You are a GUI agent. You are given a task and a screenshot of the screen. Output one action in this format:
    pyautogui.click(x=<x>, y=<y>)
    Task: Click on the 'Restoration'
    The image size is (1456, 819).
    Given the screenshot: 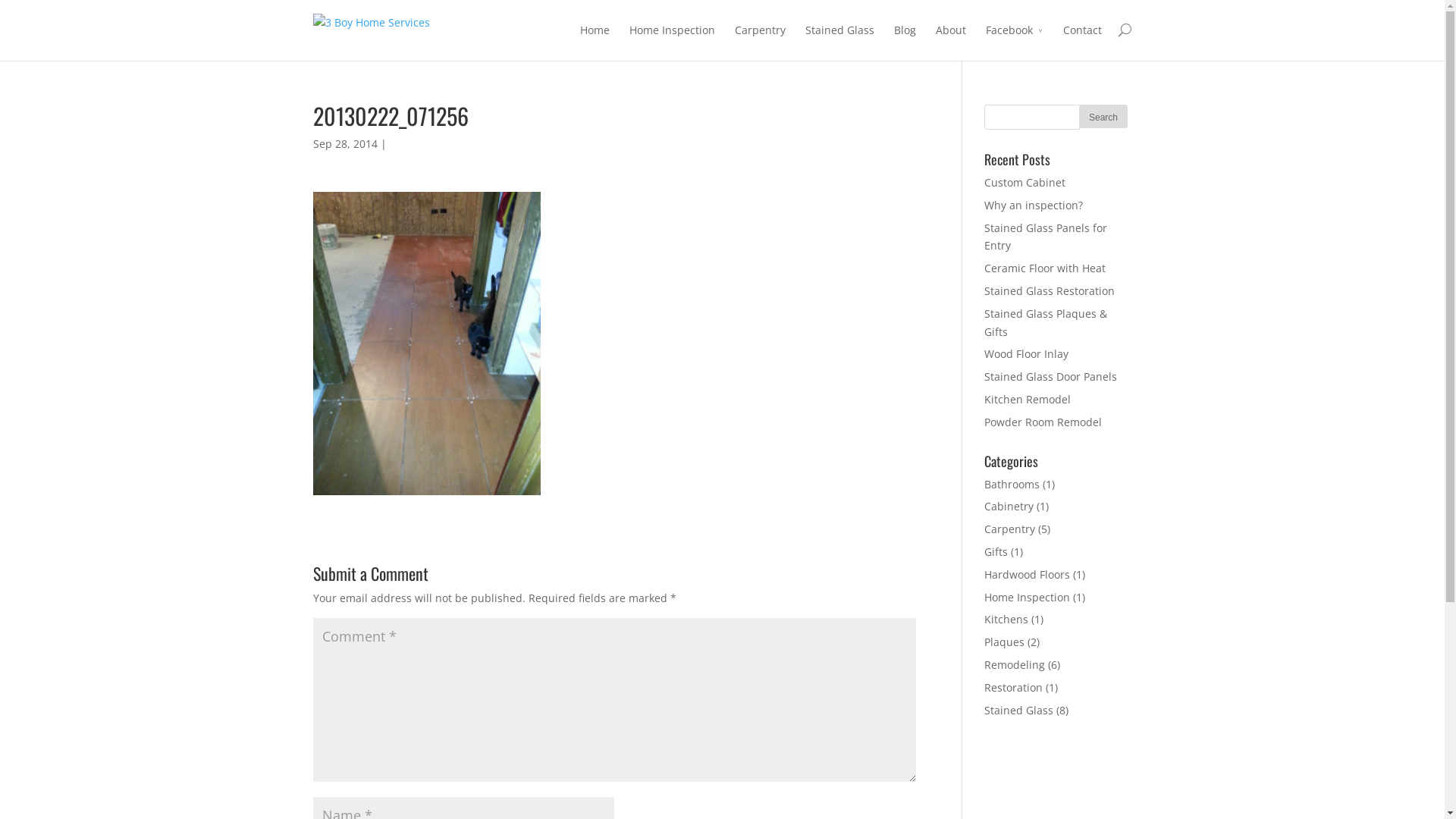 What is the action you would take?
    pyautogui.click(x=1013, y=687)
    